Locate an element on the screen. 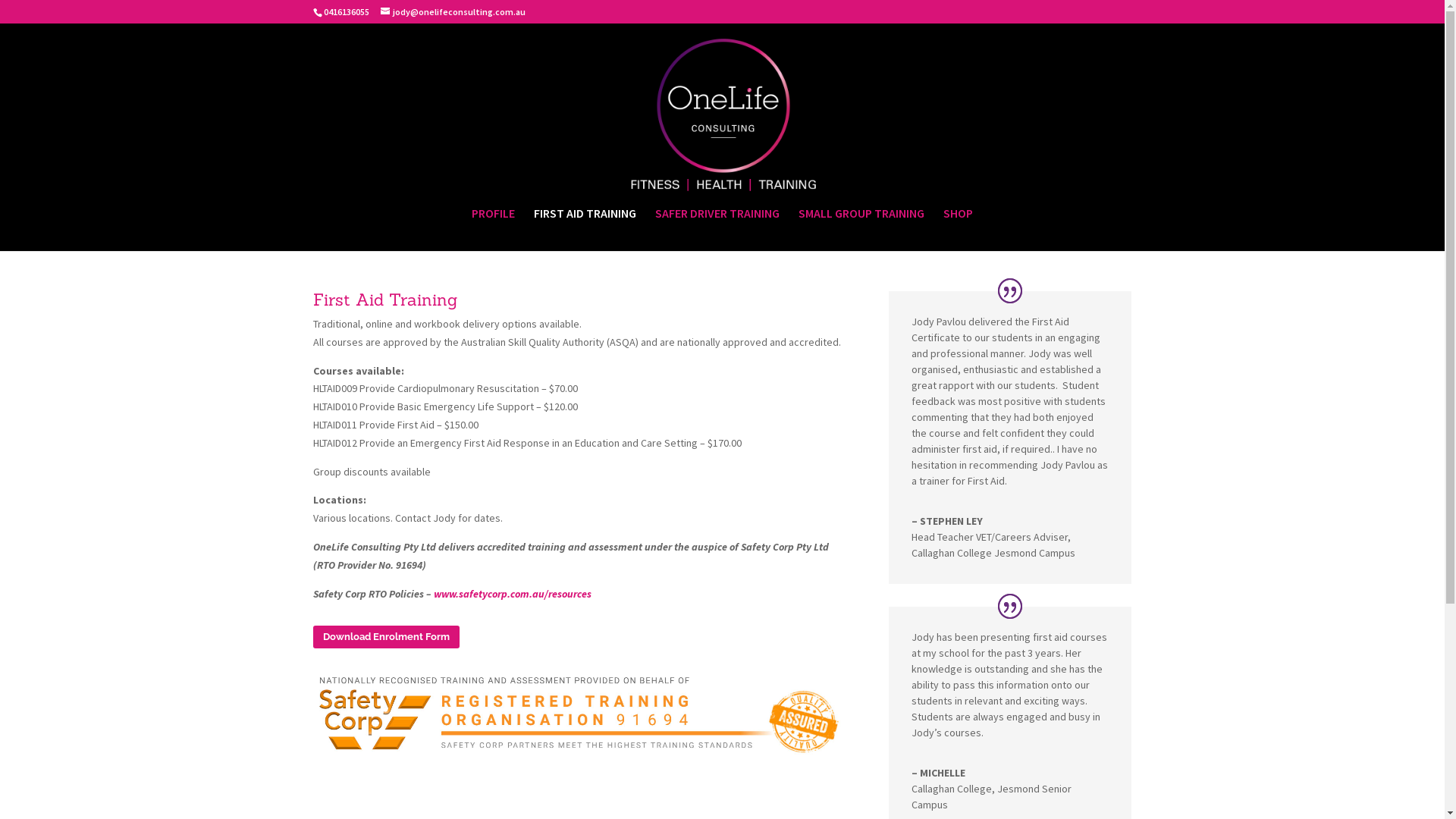  'FIRST AID TRAINING' is located at coordinates (584, 229).